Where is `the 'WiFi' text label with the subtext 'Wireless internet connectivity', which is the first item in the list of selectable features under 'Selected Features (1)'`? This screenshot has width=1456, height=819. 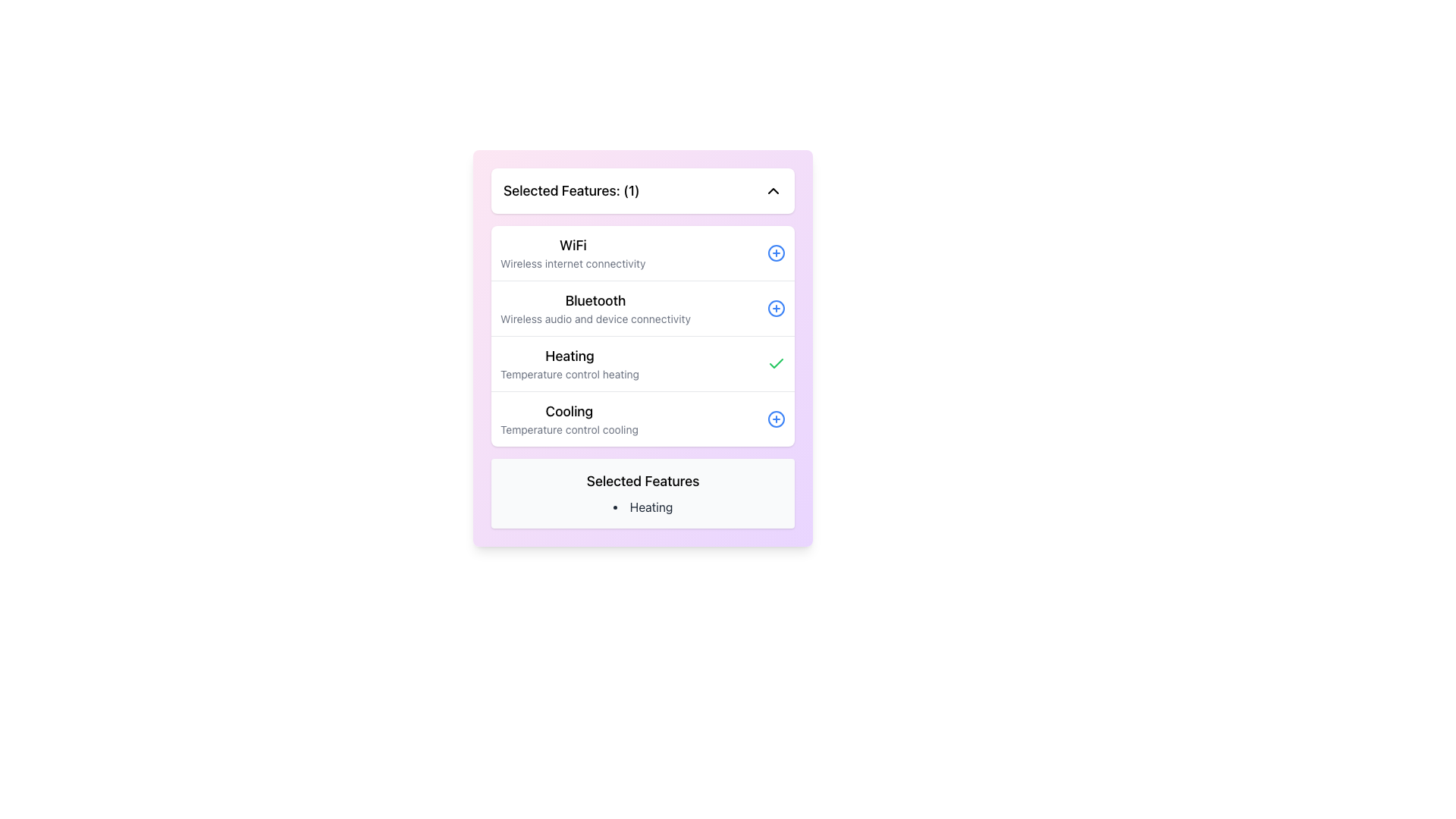
the 'WiFi' text label with the subtext 'Wireless internet connectivity', which is the first item in the list of selectable features under 'Selected Features (1)' is located at coordinates (572, 253).